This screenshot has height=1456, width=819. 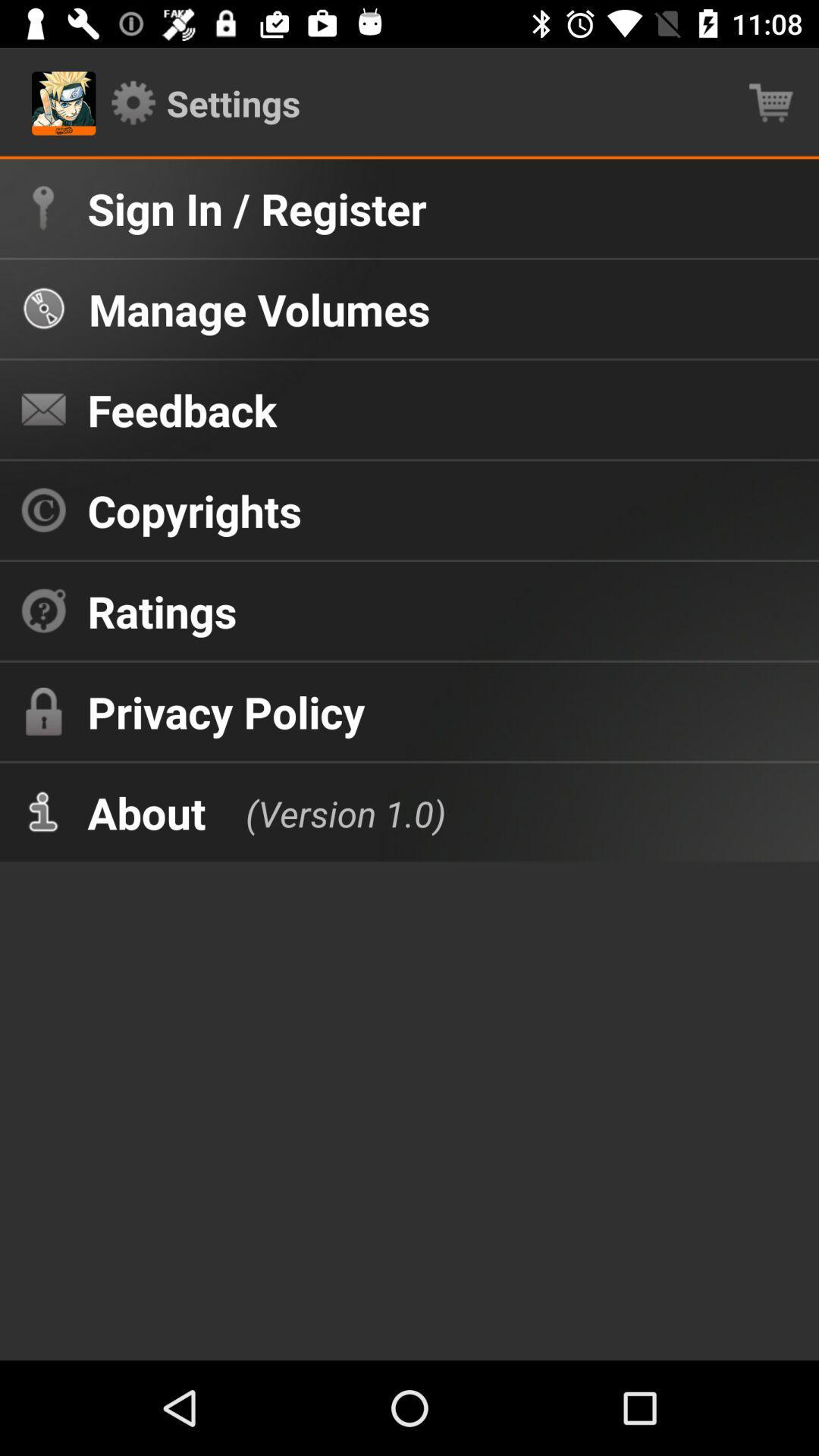 I want to click on the (version 1.0)  item, so click(x=329, y=811).